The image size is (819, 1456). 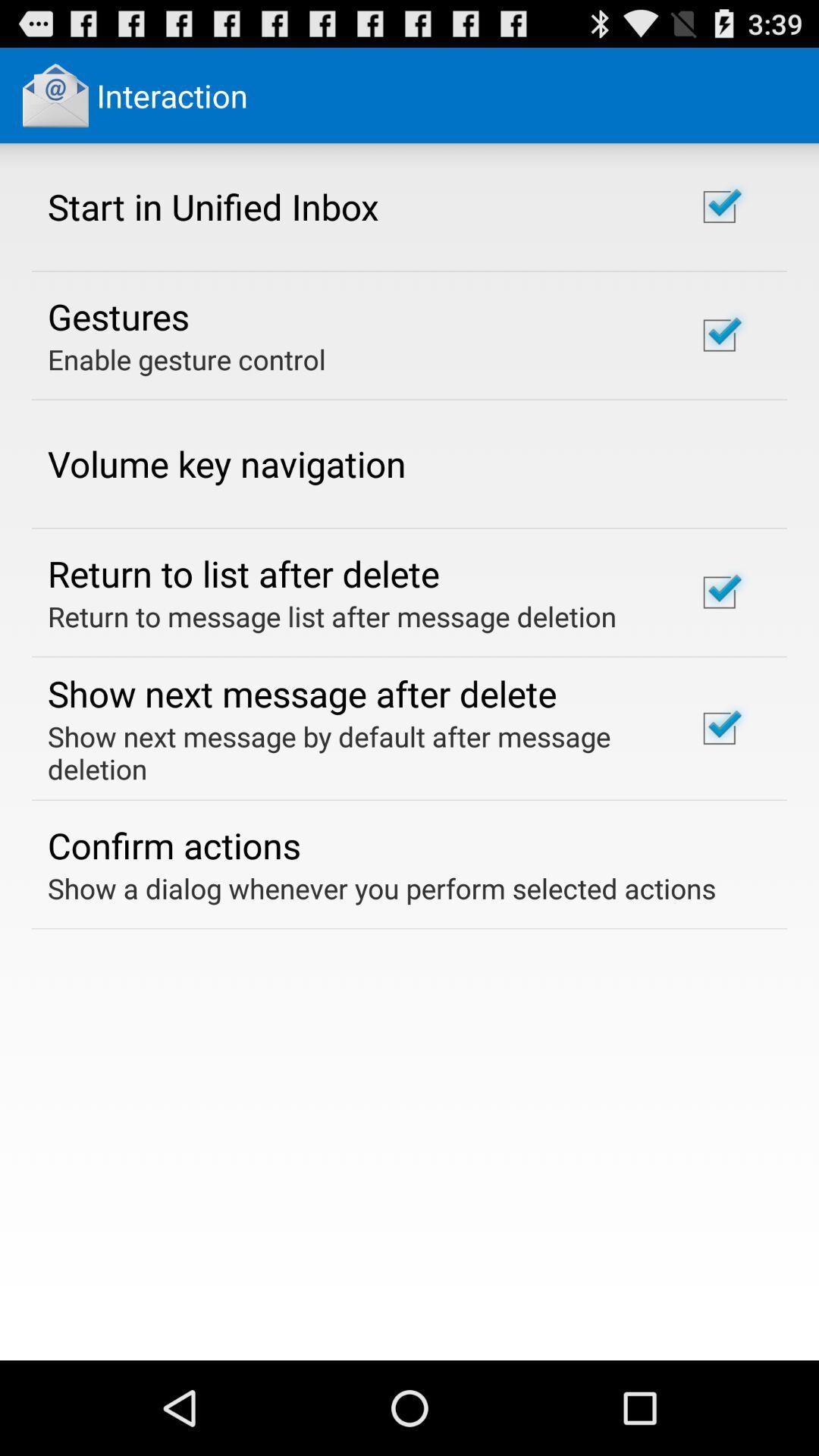 What do you see at coordinates (718, 334) in the screenshot?
I see `the second check box from top` at bounding box center [718, 334].